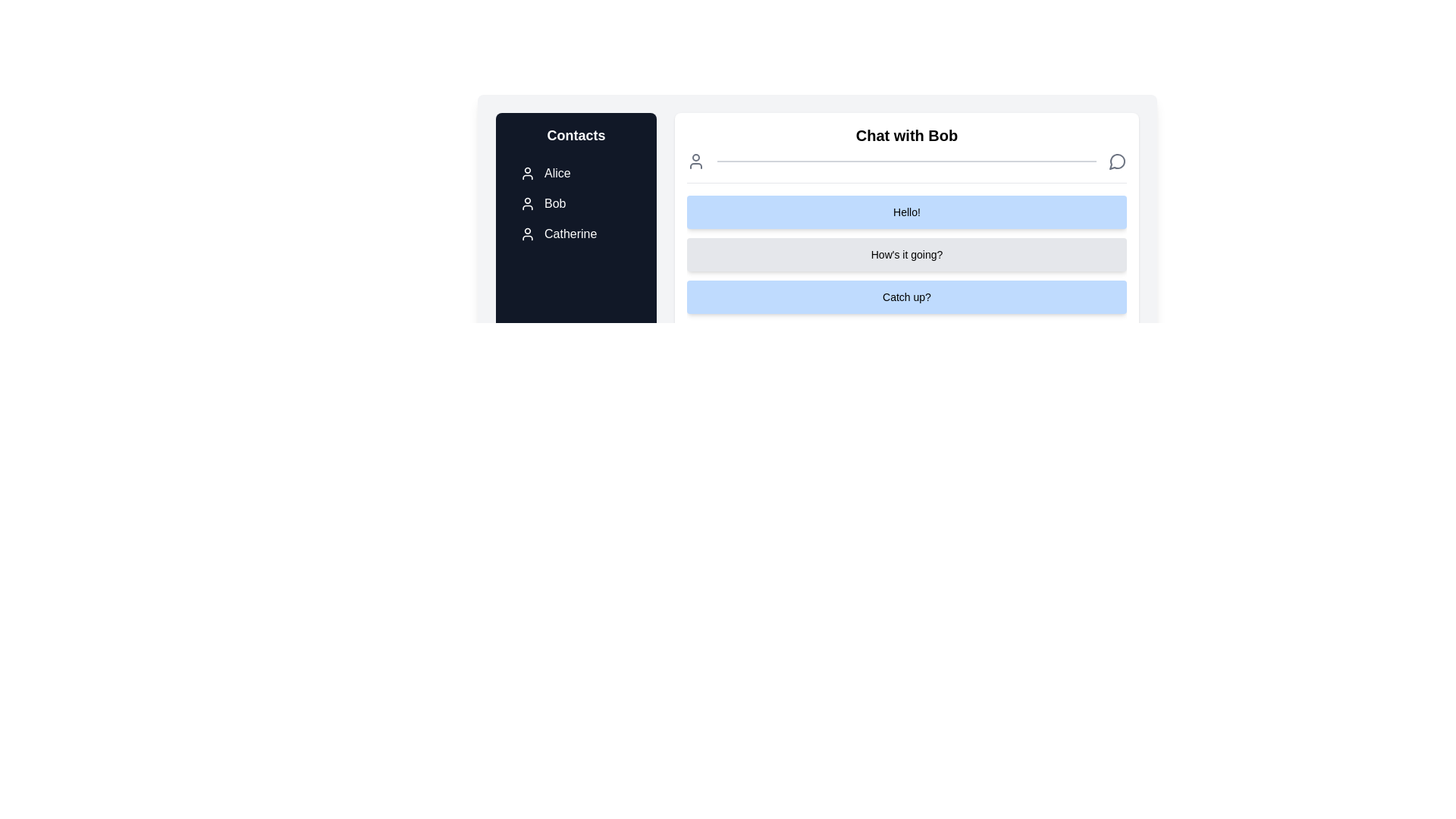 This screenshot has width=1456, height=819. I want to click on the text messages within the chat window for the contact 'Bob' to interact with them, so click(906, 254).